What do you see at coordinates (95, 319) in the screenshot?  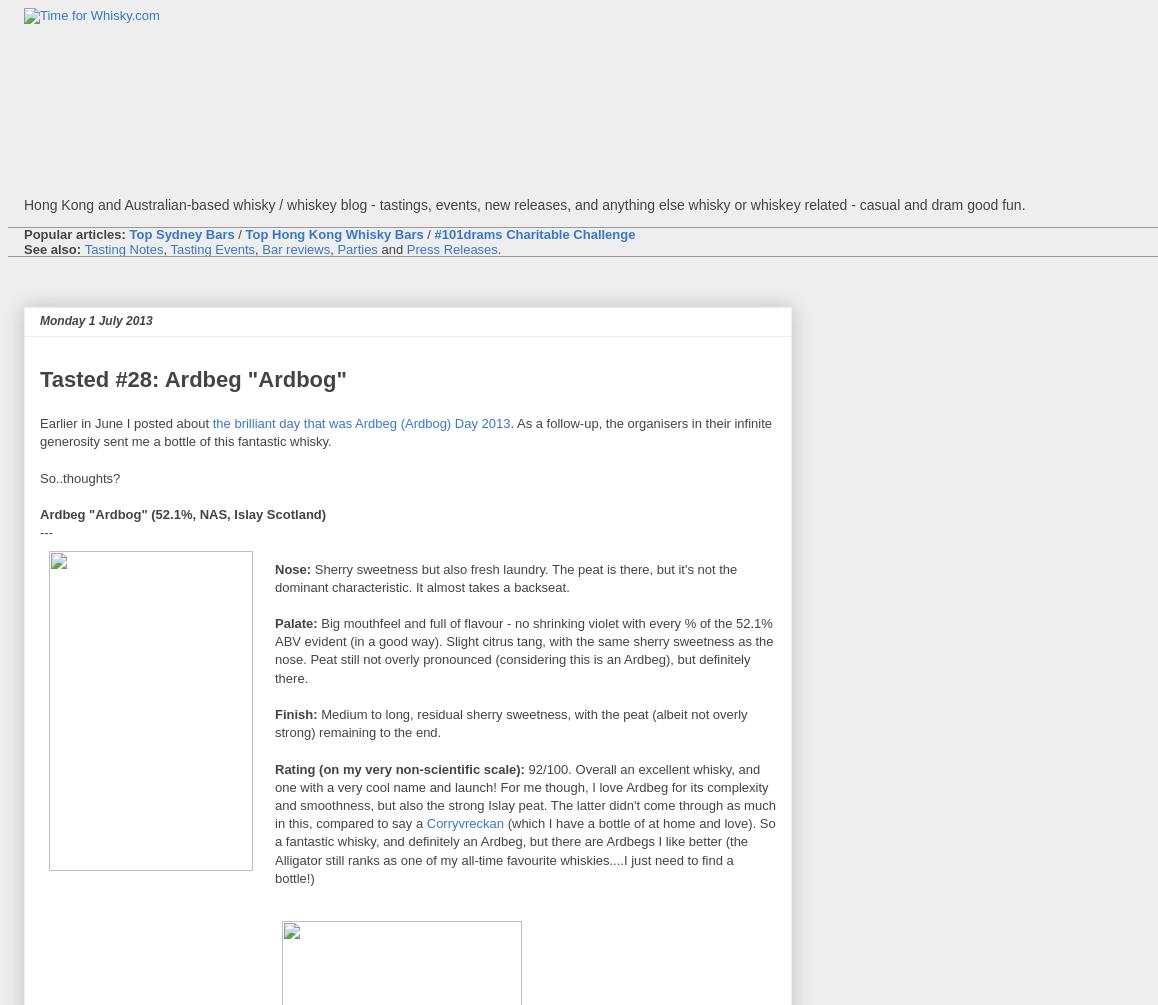 I see `'Monday 1 July 2013'` at bounding box center [95, 319].